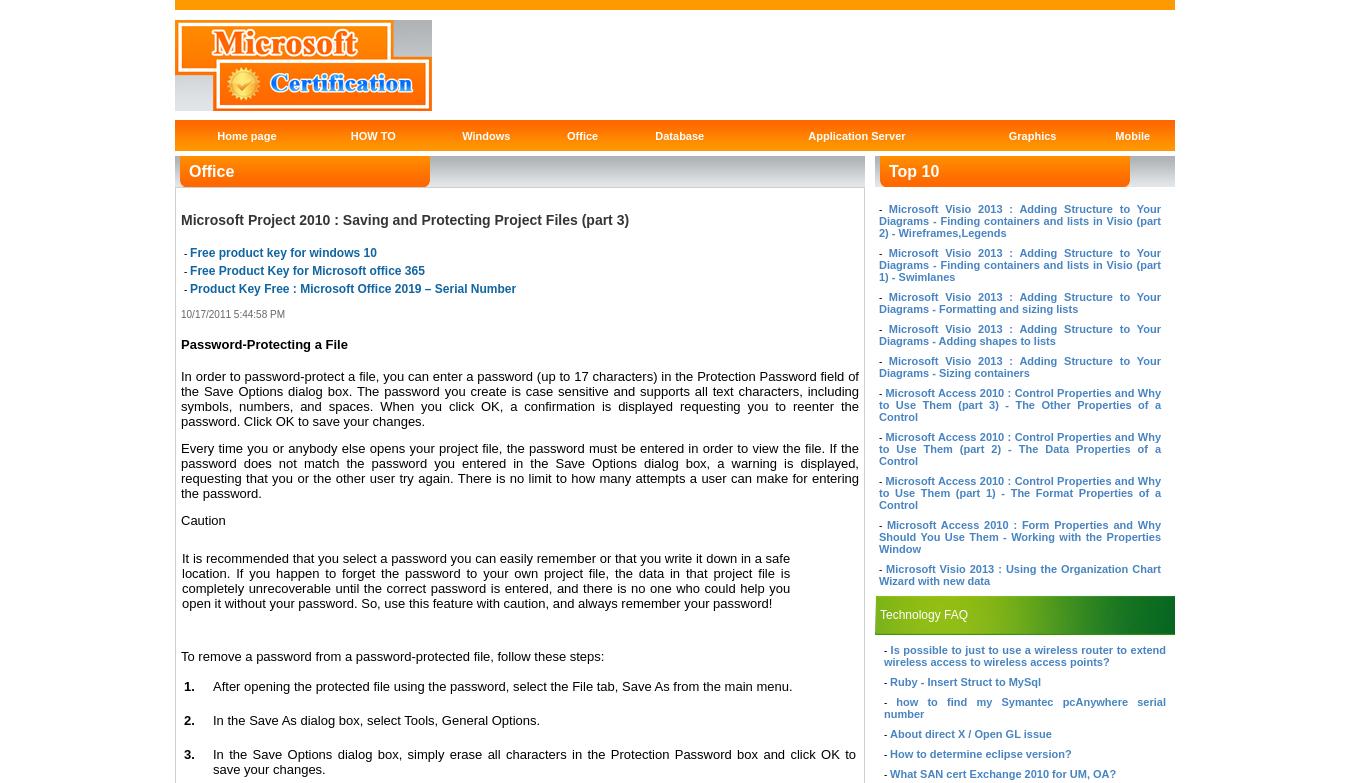 The width and height of the screenshot is (1350, 783). Describe the element at coordinates (372, 134) in the screenshot. I see `'HOW TO'` at that location.